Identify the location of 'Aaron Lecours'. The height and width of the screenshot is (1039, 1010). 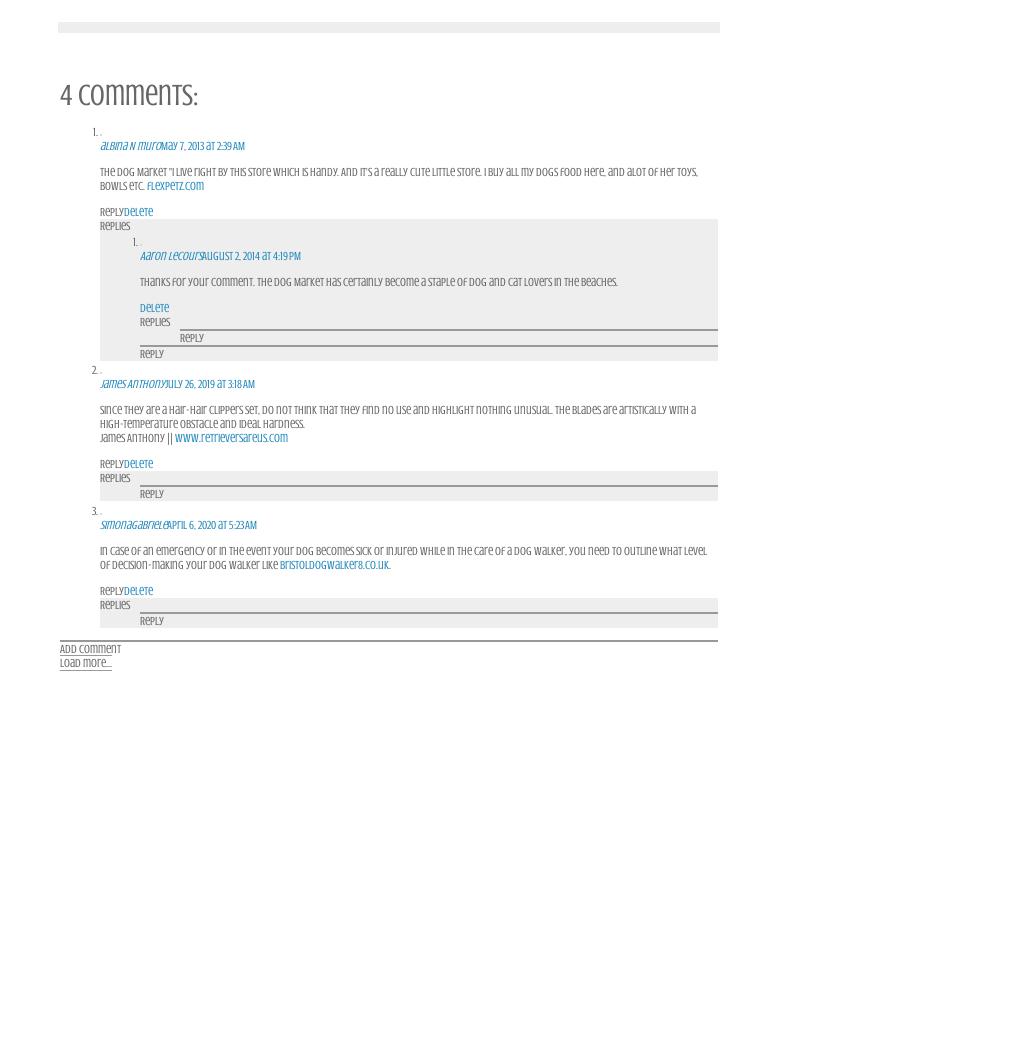
(169, 254).